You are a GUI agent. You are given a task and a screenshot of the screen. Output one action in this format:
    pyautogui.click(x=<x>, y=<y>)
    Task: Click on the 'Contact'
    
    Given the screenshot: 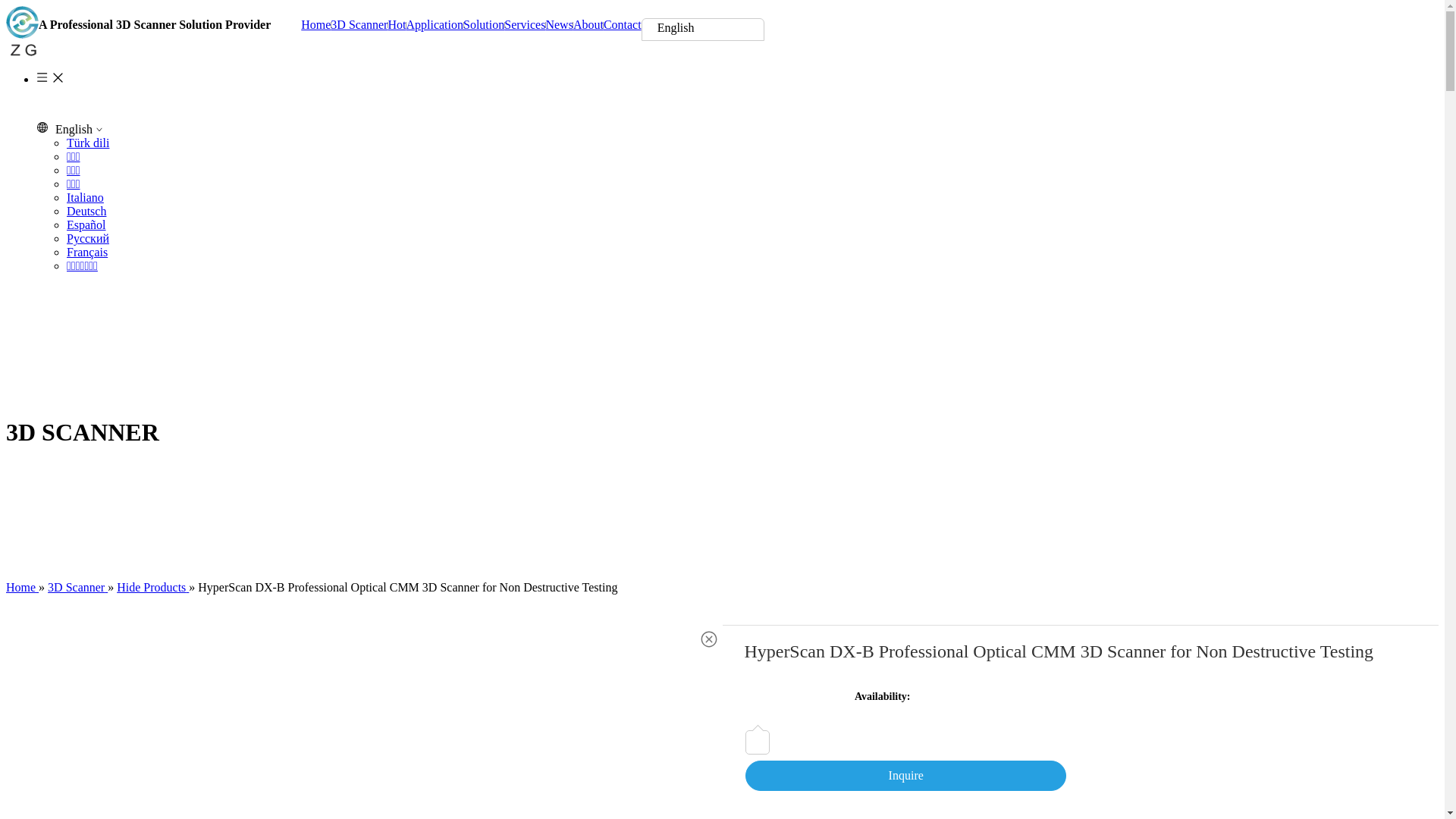 What is the action you would take?
    pyautogui.click(x=622, y=25)
    